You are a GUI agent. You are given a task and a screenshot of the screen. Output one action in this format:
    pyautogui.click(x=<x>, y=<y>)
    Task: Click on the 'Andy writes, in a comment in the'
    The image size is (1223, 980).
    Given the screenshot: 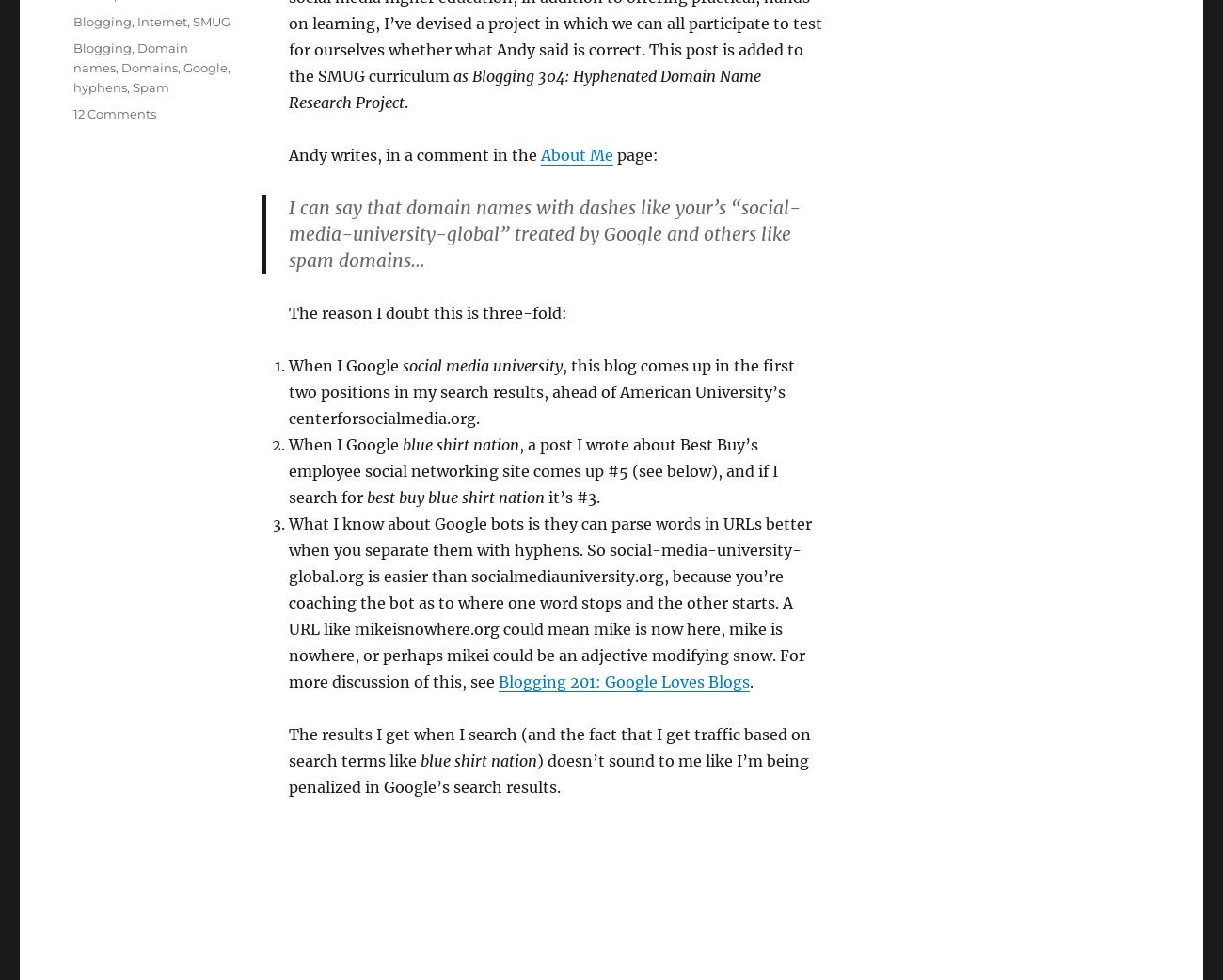 What is the action you would take?
    pyautogui.click(x=288, y=154)
    